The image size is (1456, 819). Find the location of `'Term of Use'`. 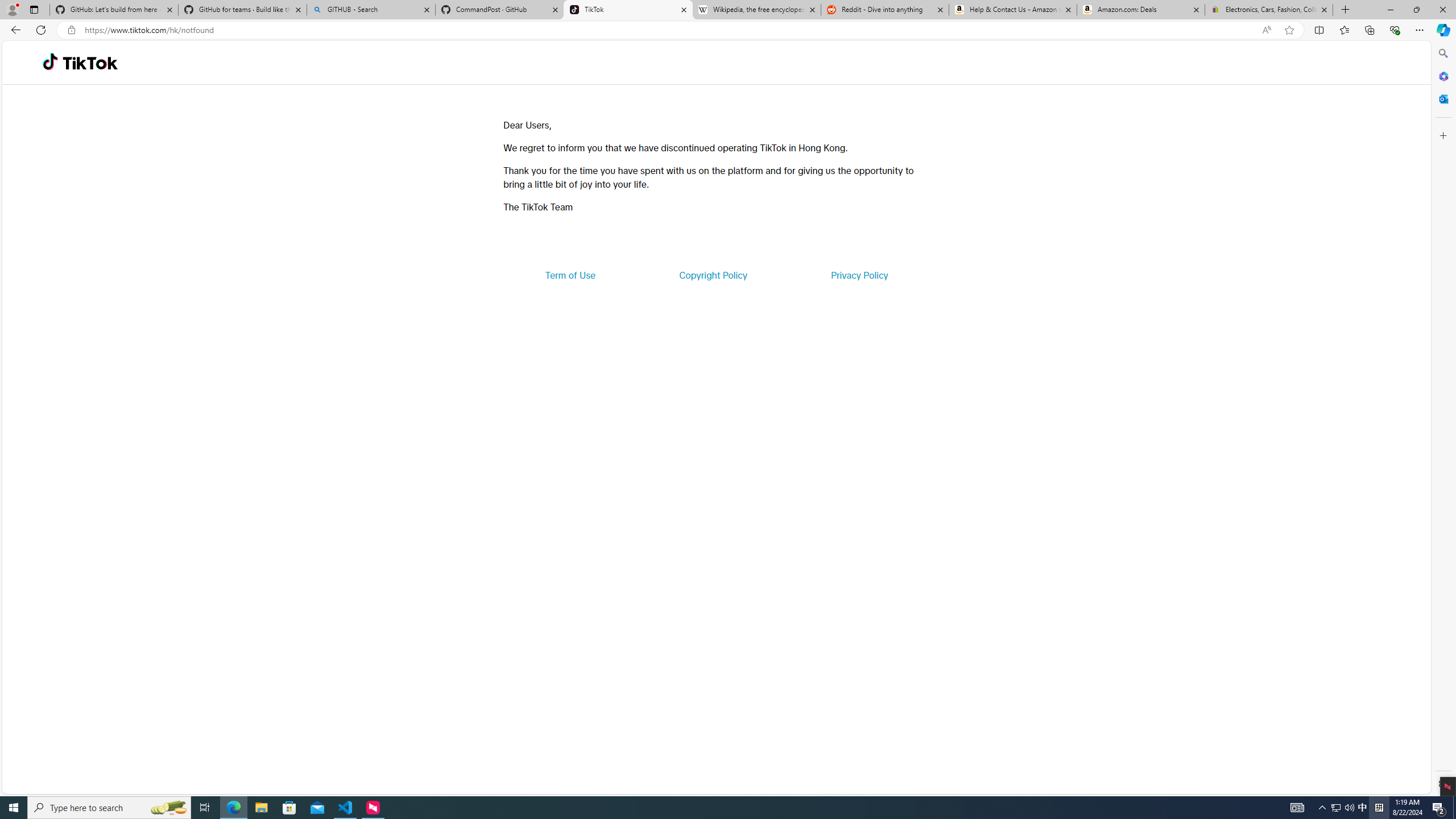

'Term of Use' is located at coordinates (570, 274).